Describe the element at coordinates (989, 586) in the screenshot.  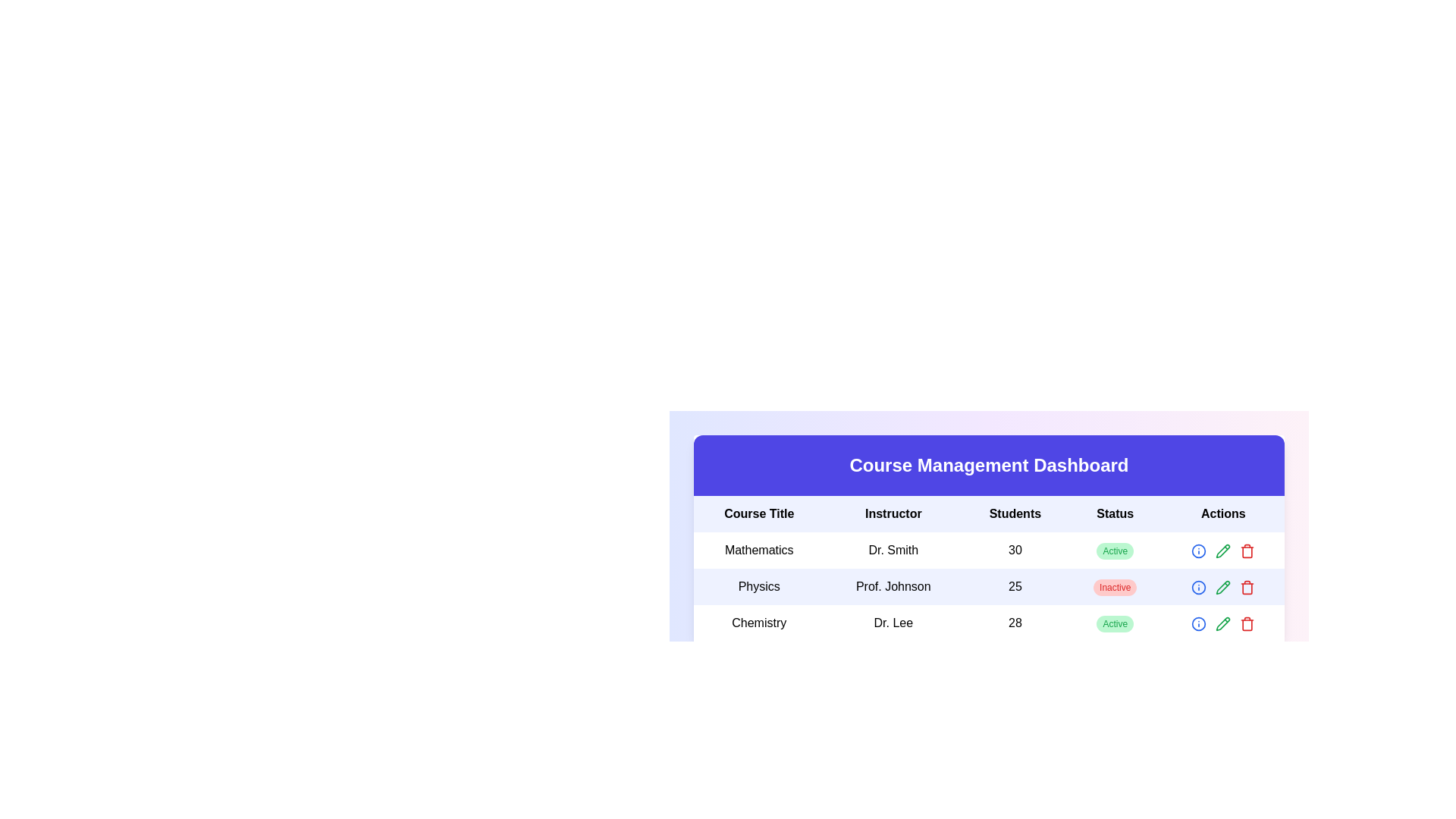
I see `second row of the course table, which contains details such as course title, instructor's name, student count, and current status, by clicking on it` at that location.